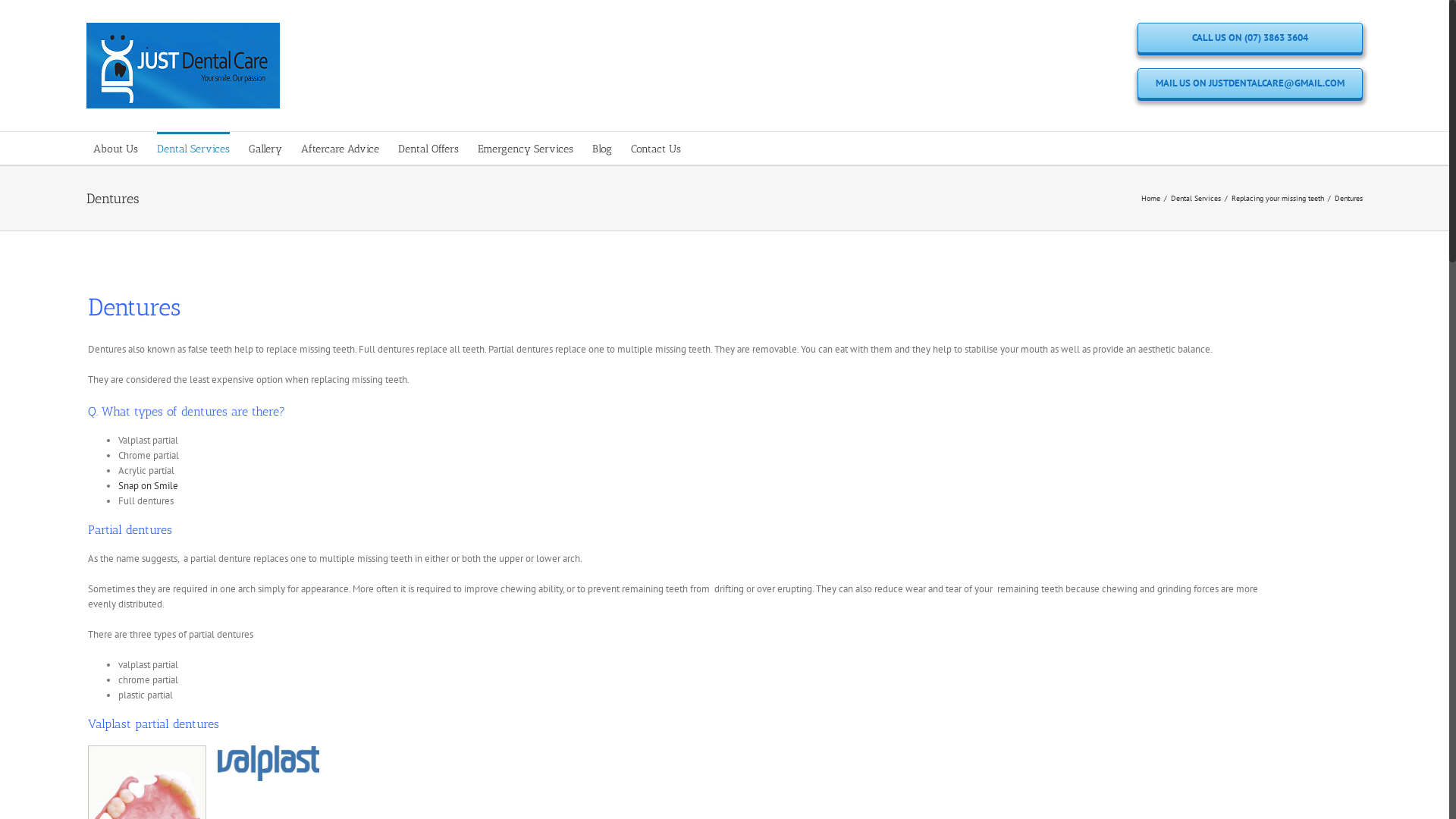 This screenshot has width=1456, height=819. Describe the element at coordinates (1150, 196) in the screenshot. I see `'Home'` at that location.